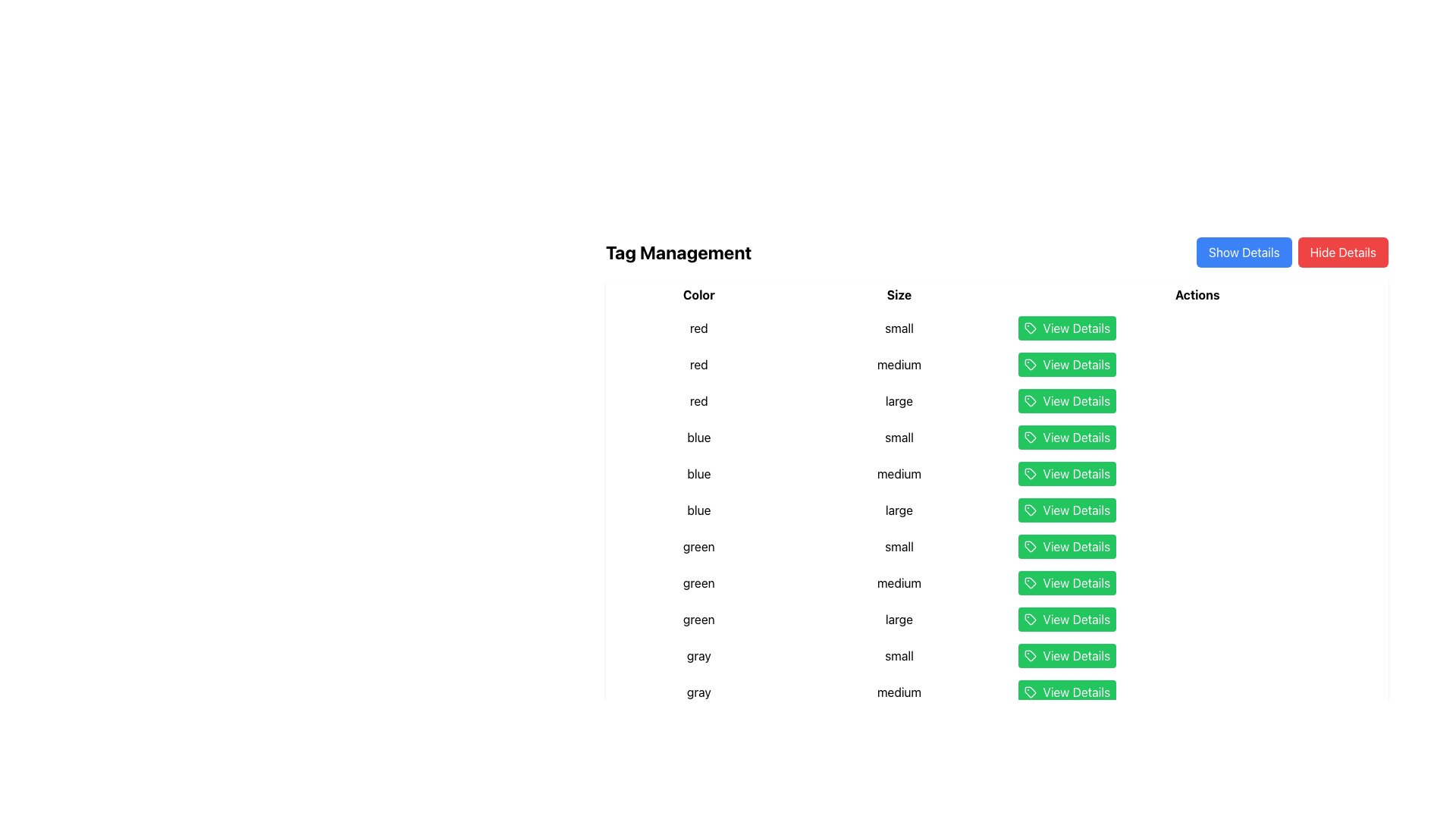 This screenshot has width=1456, height=819. Describe the element at coordinates (1030, 691) in the screenshot. I see `the green tag icon located in the 'Actions' column of the last row, which represents the action to 'View Details'` at that location.